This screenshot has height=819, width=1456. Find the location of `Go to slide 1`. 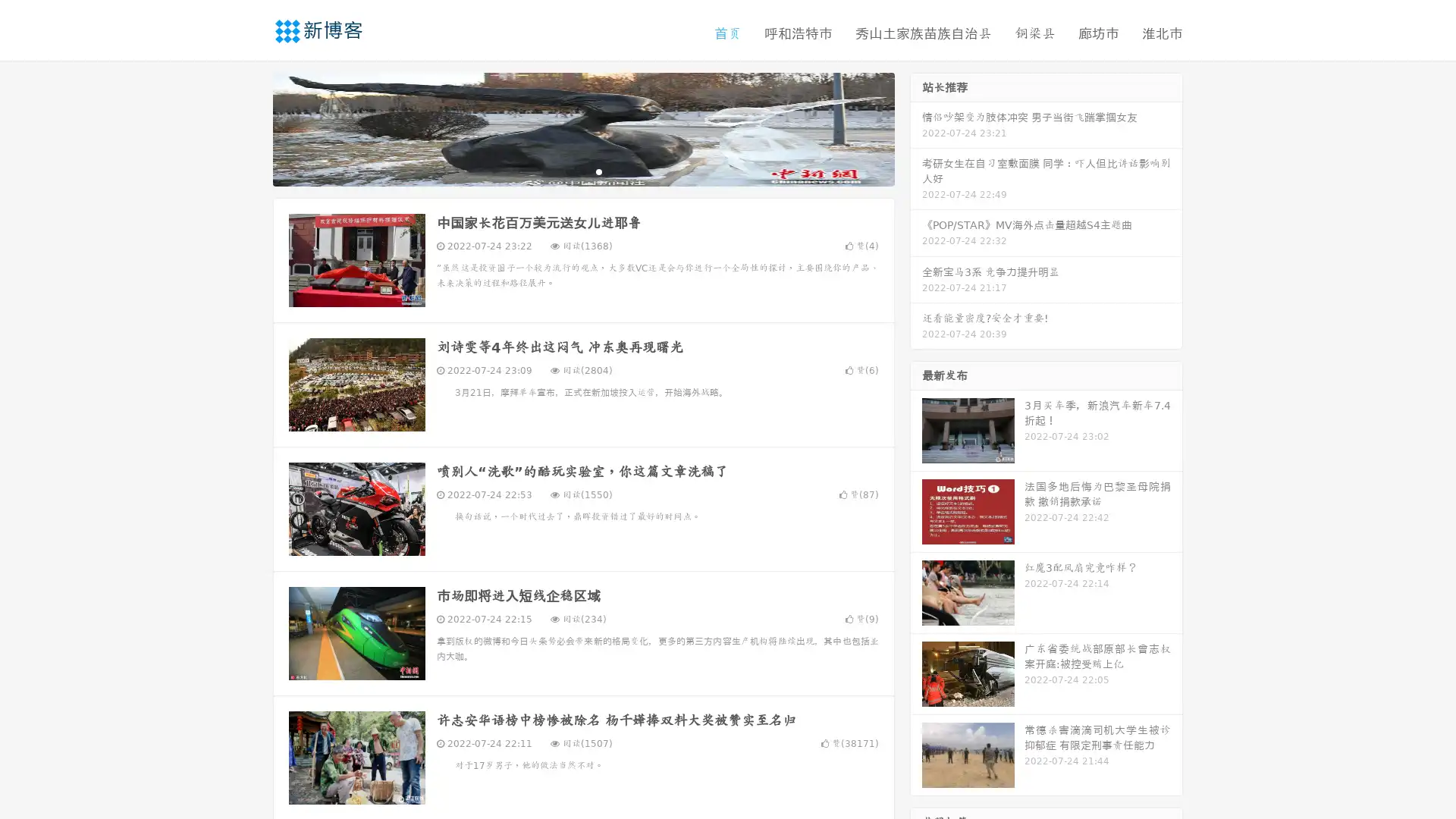

Go to slide 1 is located at coordinates (567, 171).